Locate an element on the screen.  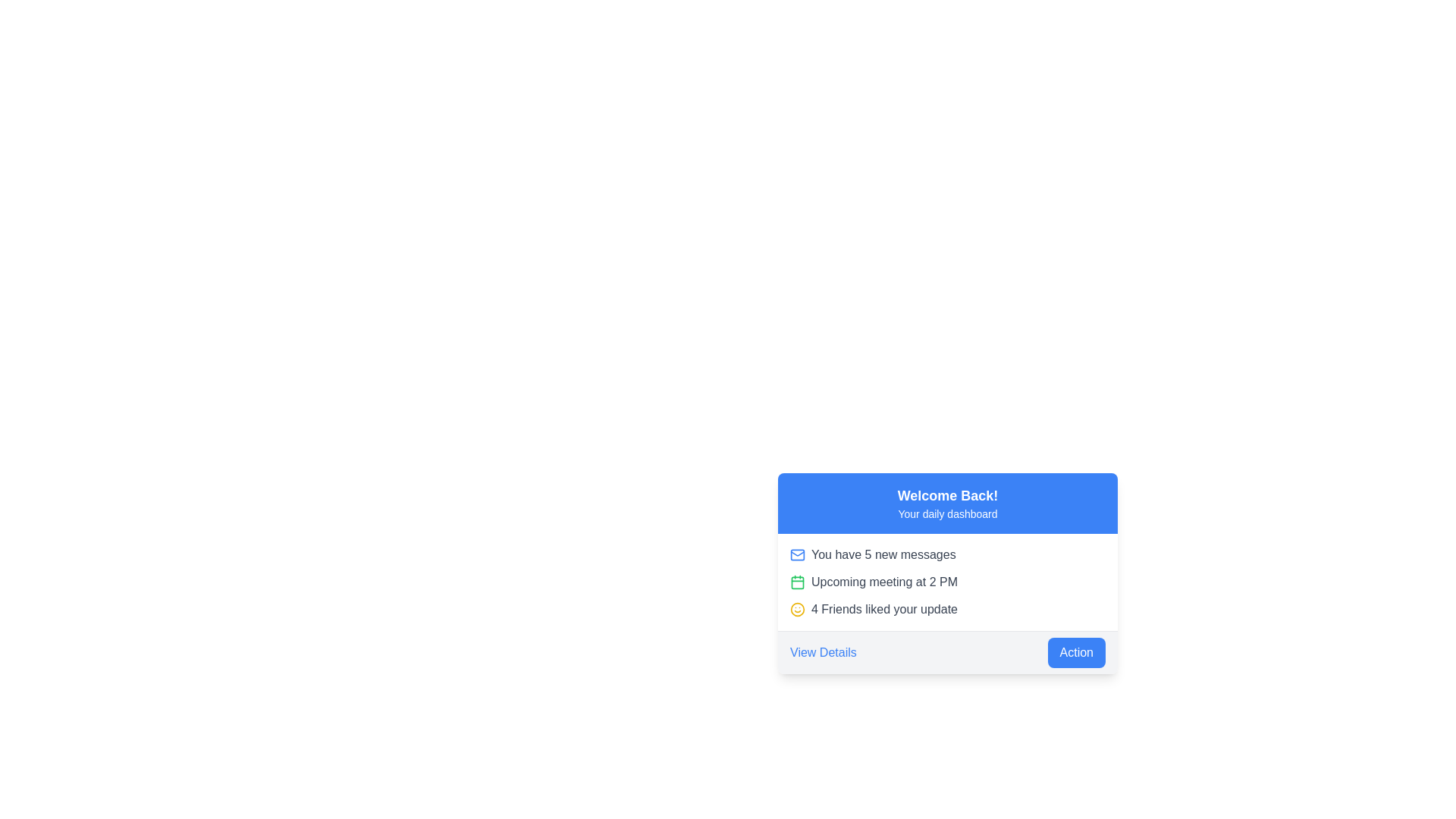
the first notification item in the card section located on the lower right of the interface, which informs users about new messages in their inbox is located at coordinates (946, 555).